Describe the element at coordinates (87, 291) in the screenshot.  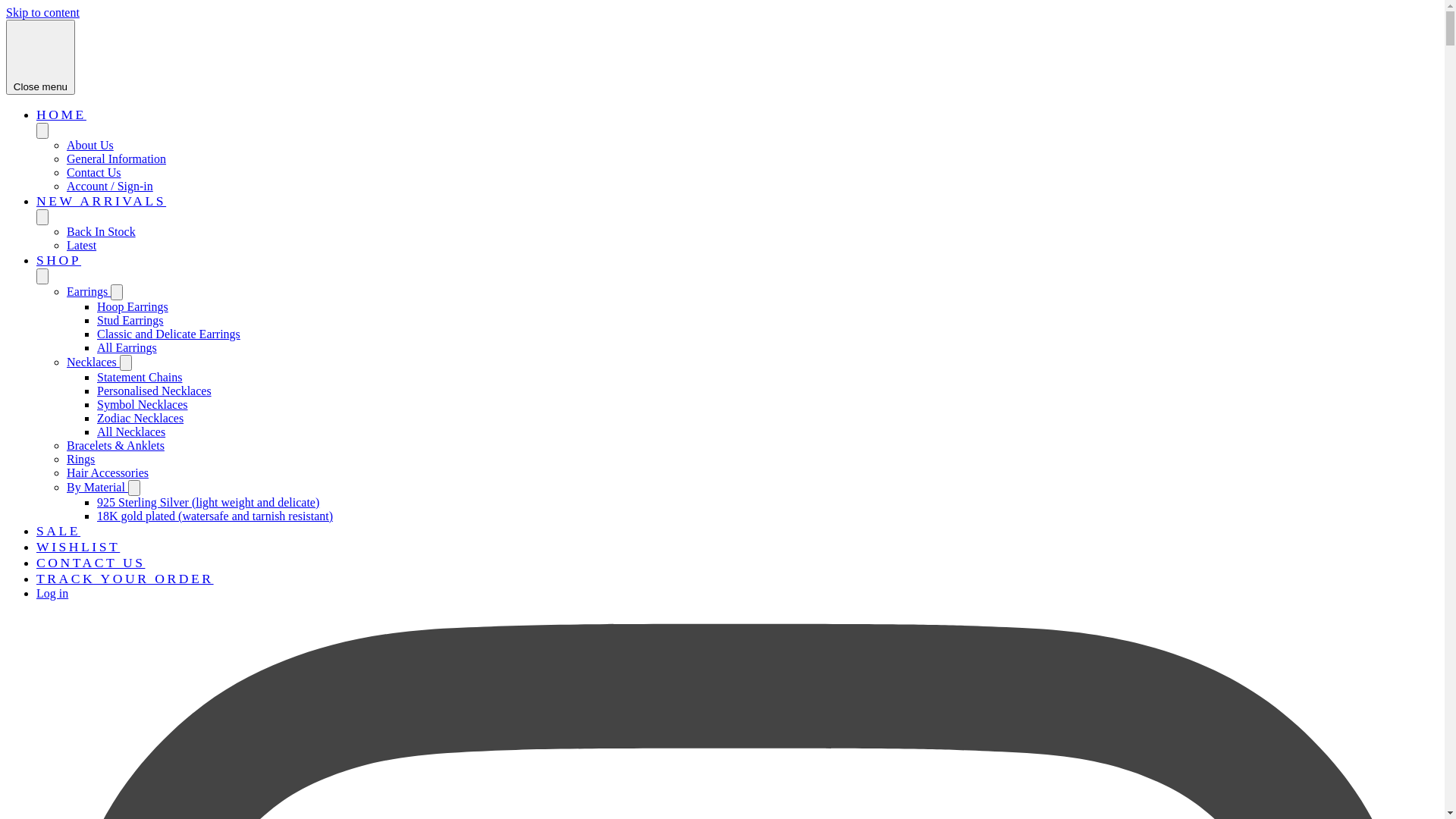
I see `'Earrings'` at that location.